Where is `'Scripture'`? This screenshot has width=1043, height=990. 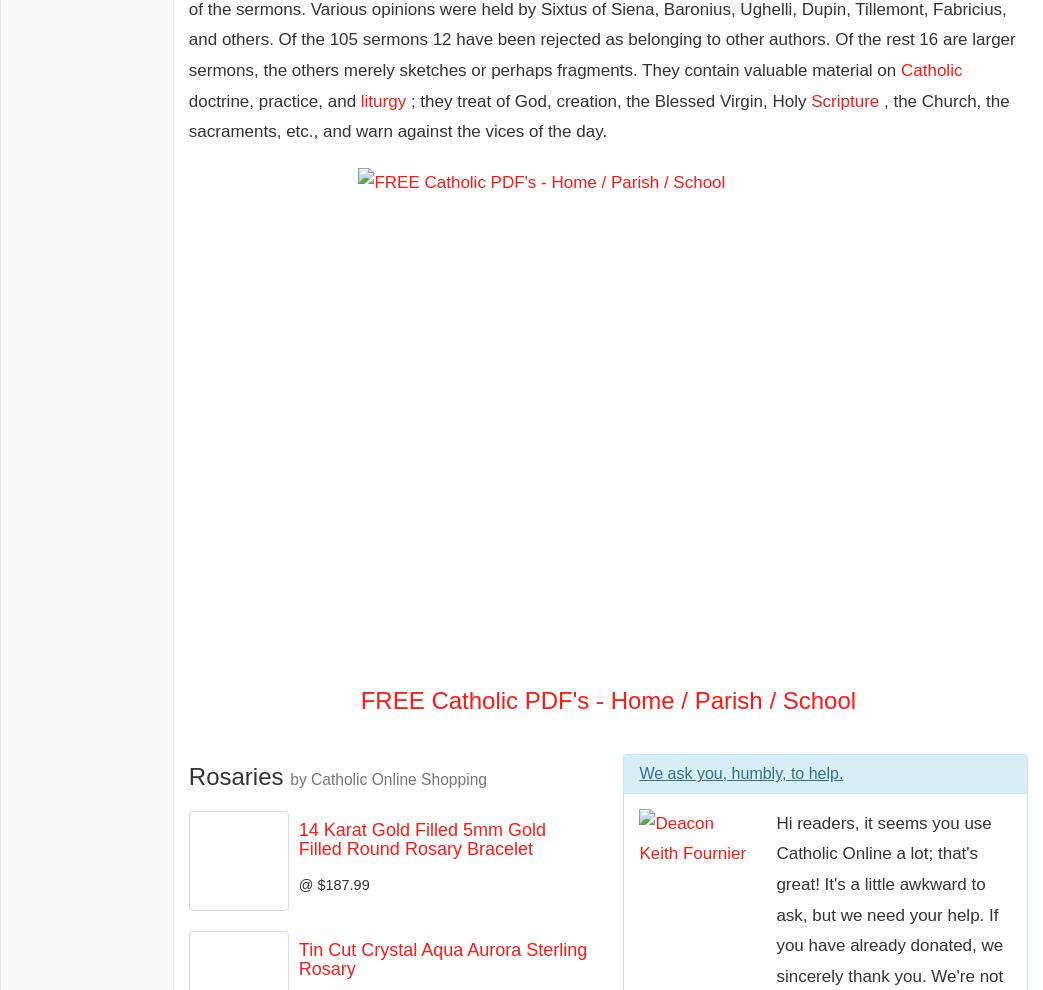 'Scripture' is located at coordinates (845, 99).